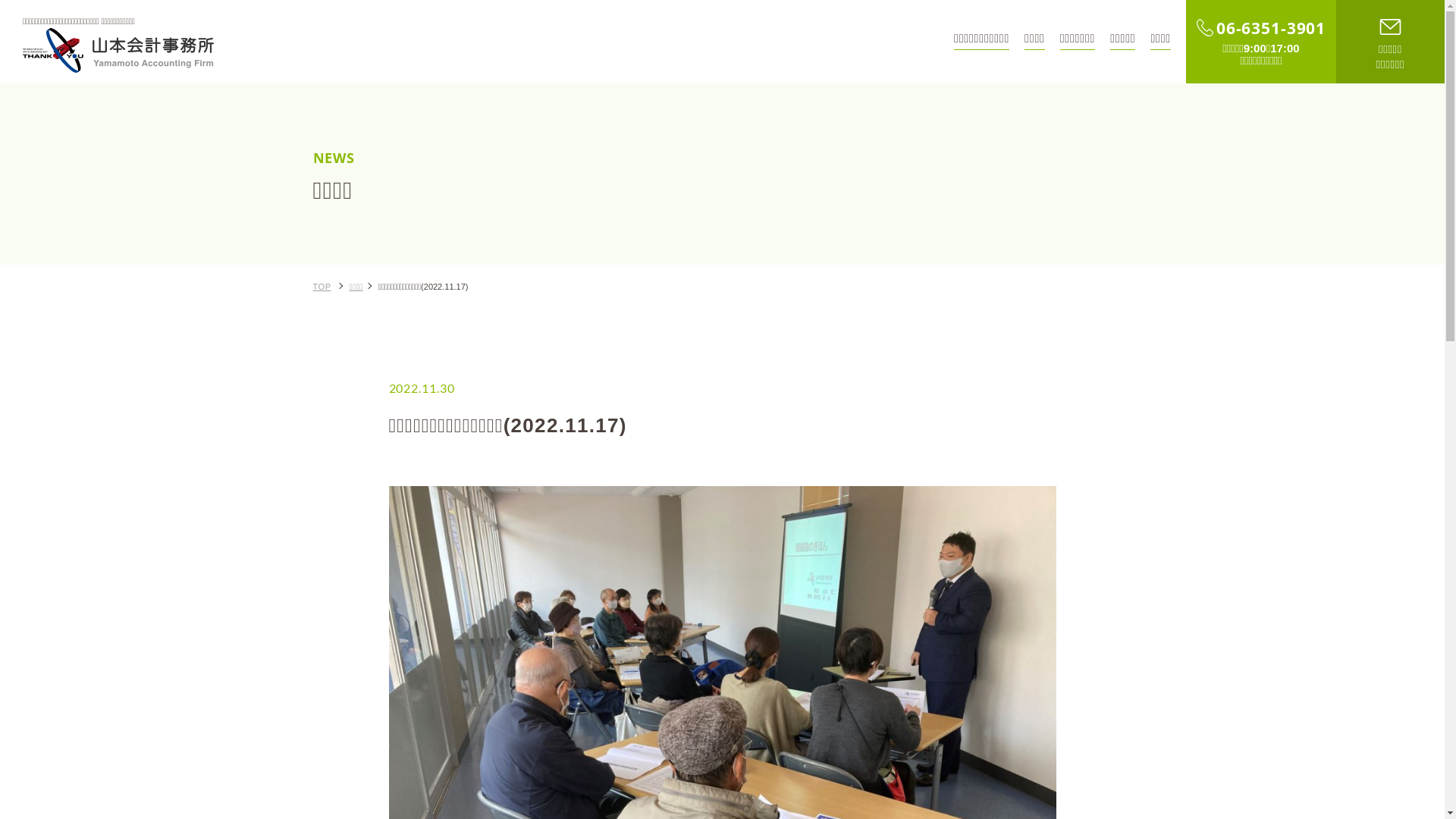  Describe the element at coordinates (320, 287) in the screenshot. I see `'TOP'` at that location.